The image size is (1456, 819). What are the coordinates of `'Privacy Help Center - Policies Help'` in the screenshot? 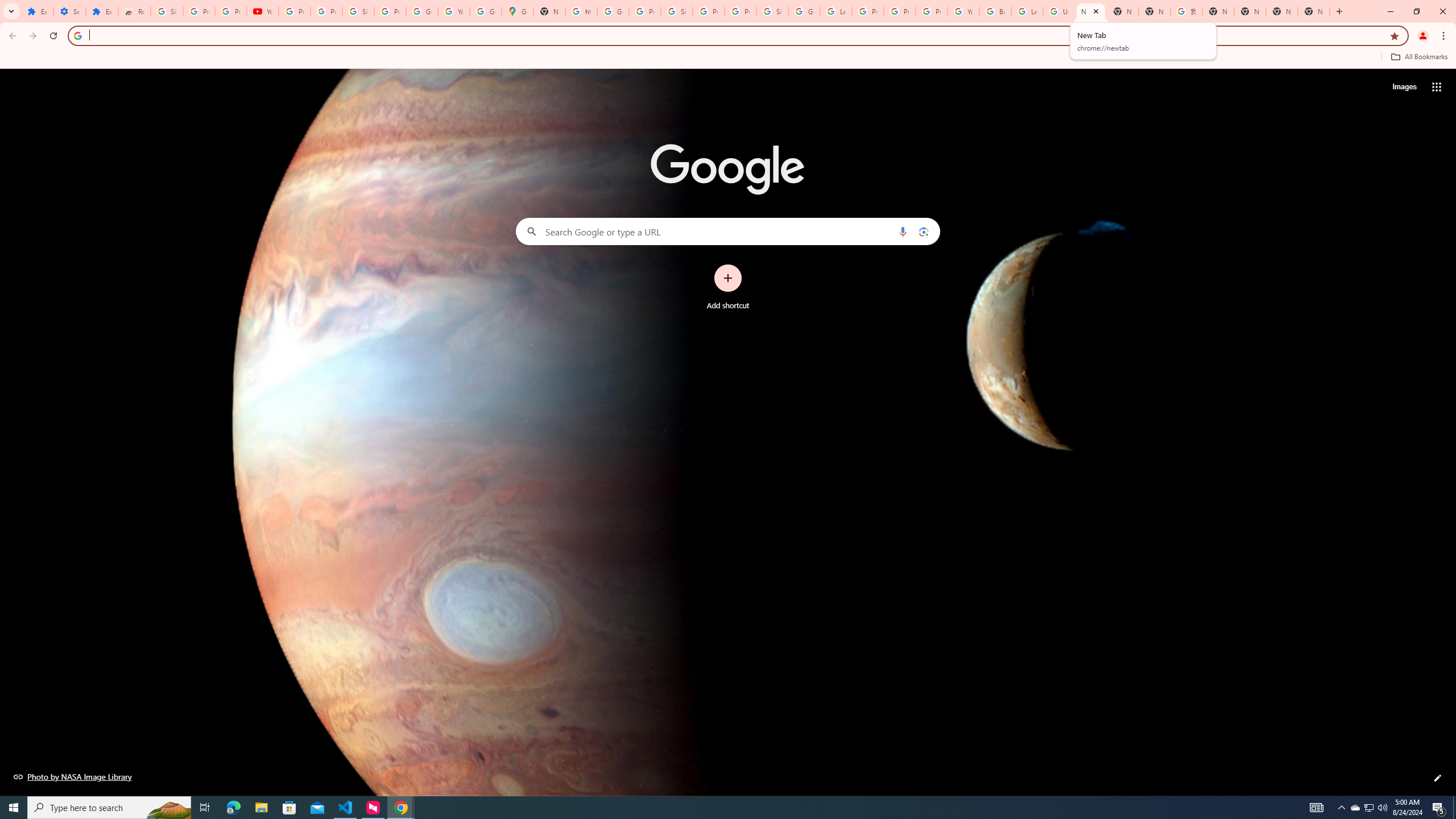 It's located at (899, 11).